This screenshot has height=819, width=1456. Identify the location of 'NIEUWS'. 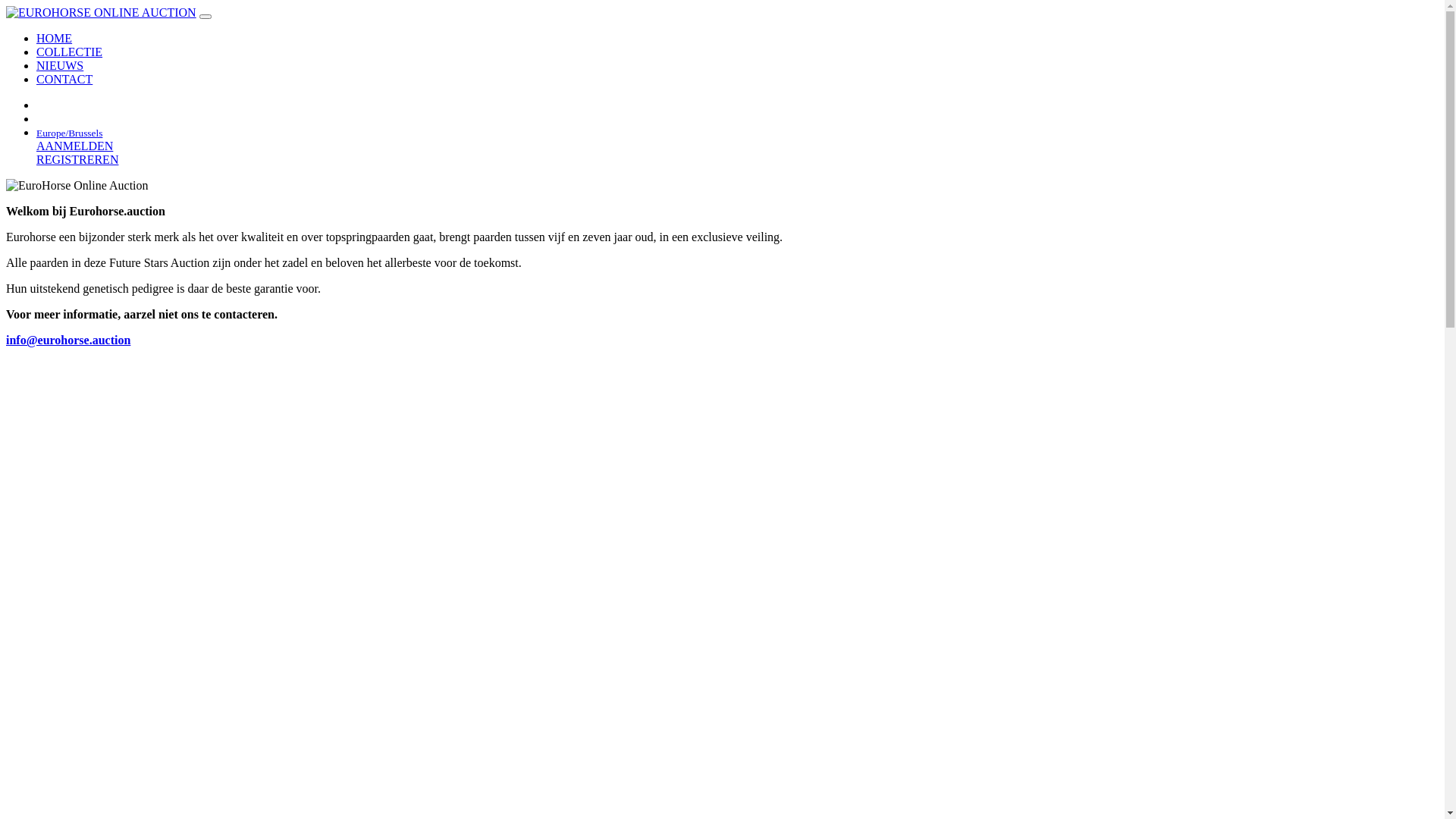
(59, 64).